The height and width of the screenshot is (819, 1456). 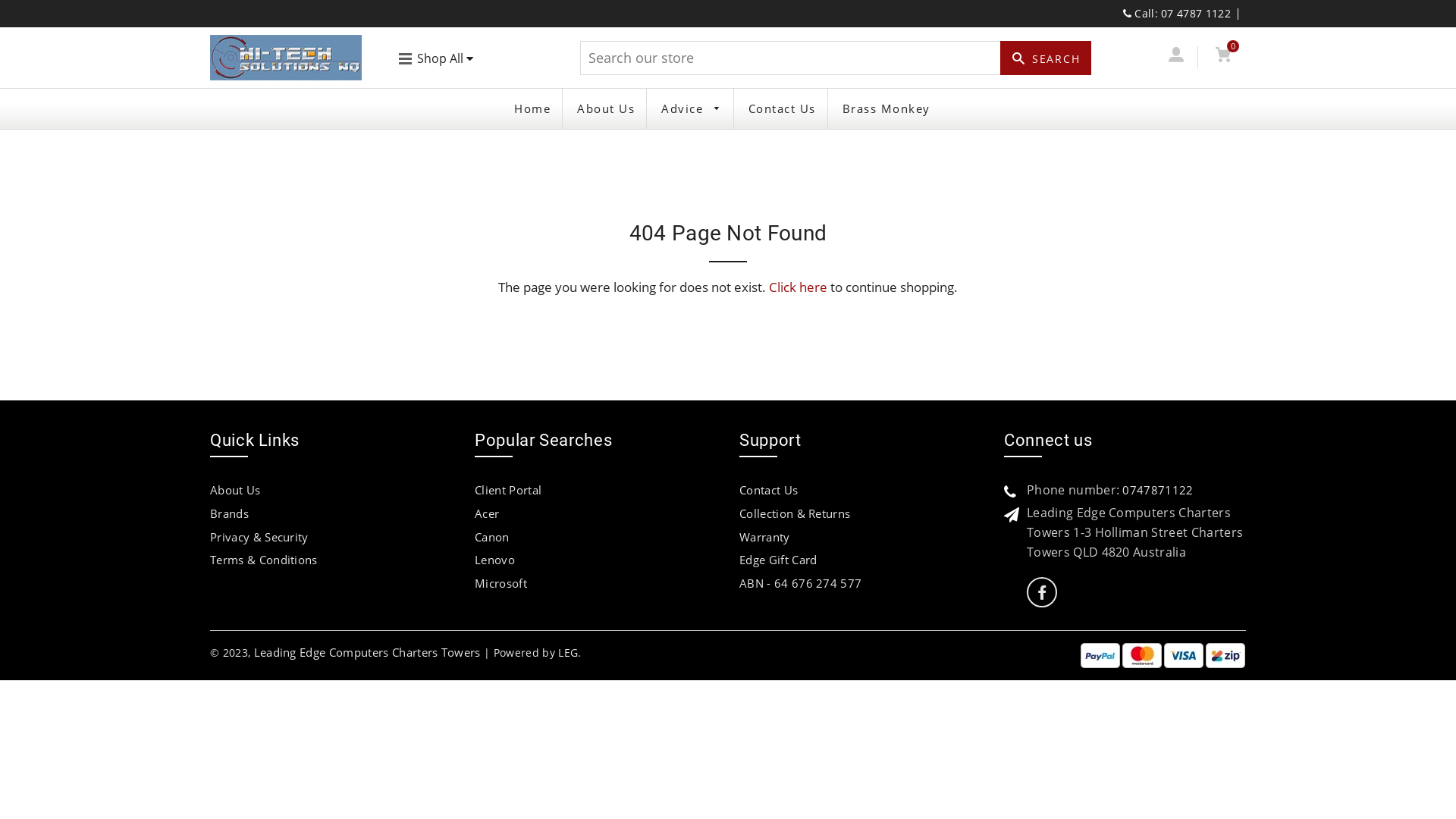 I want to click on 'Client Portal', so click(x=508, y=489).